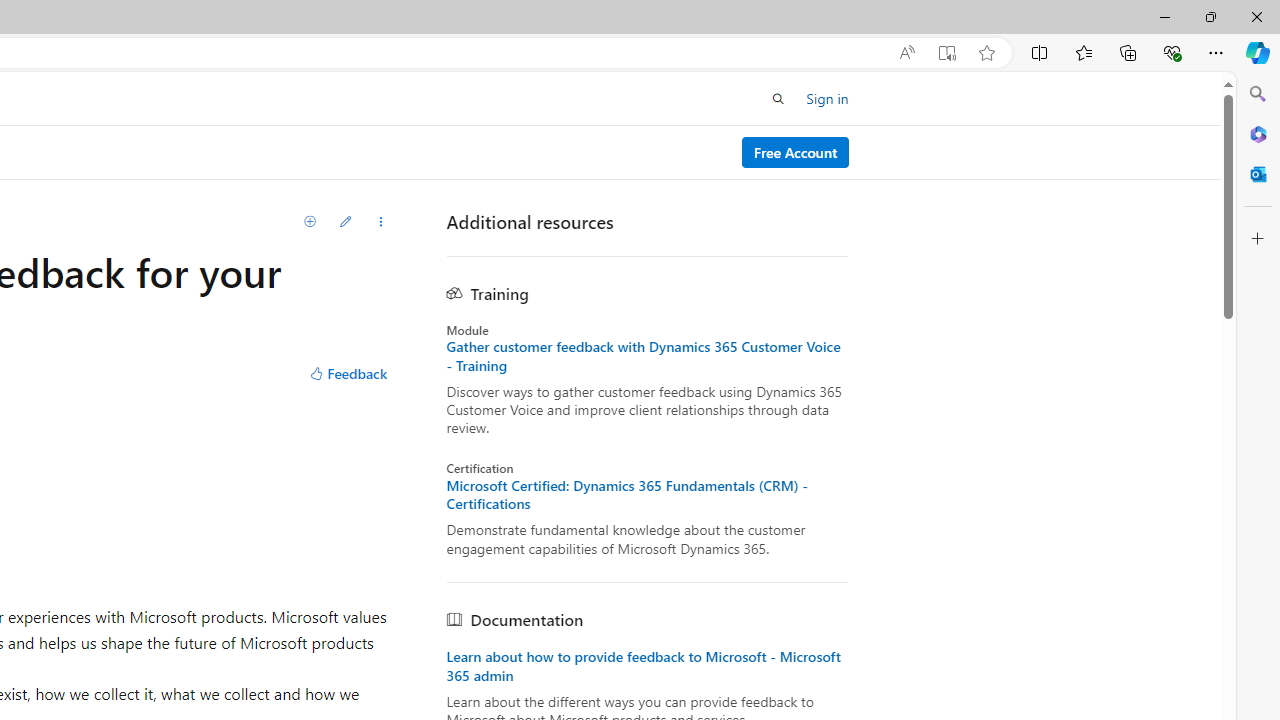 The height and width of the screenshot is (720, 1280). What do you see at coordinates (1040, 51) in the screenshot?
I see `'Split screen'` at bounding box center [1040, 51].